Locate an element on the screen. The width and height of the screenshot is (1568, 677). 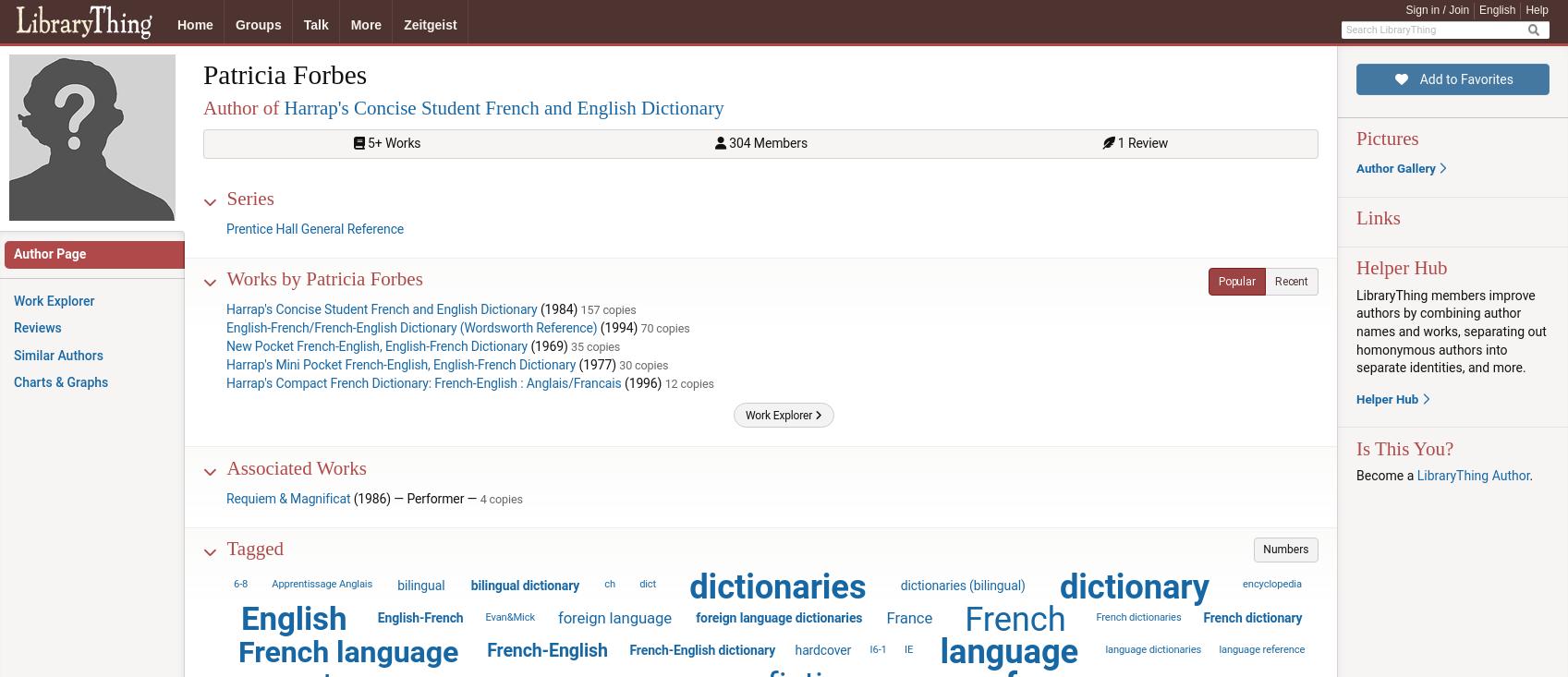
'Similar Authors' is located at coordinates (13, 355).